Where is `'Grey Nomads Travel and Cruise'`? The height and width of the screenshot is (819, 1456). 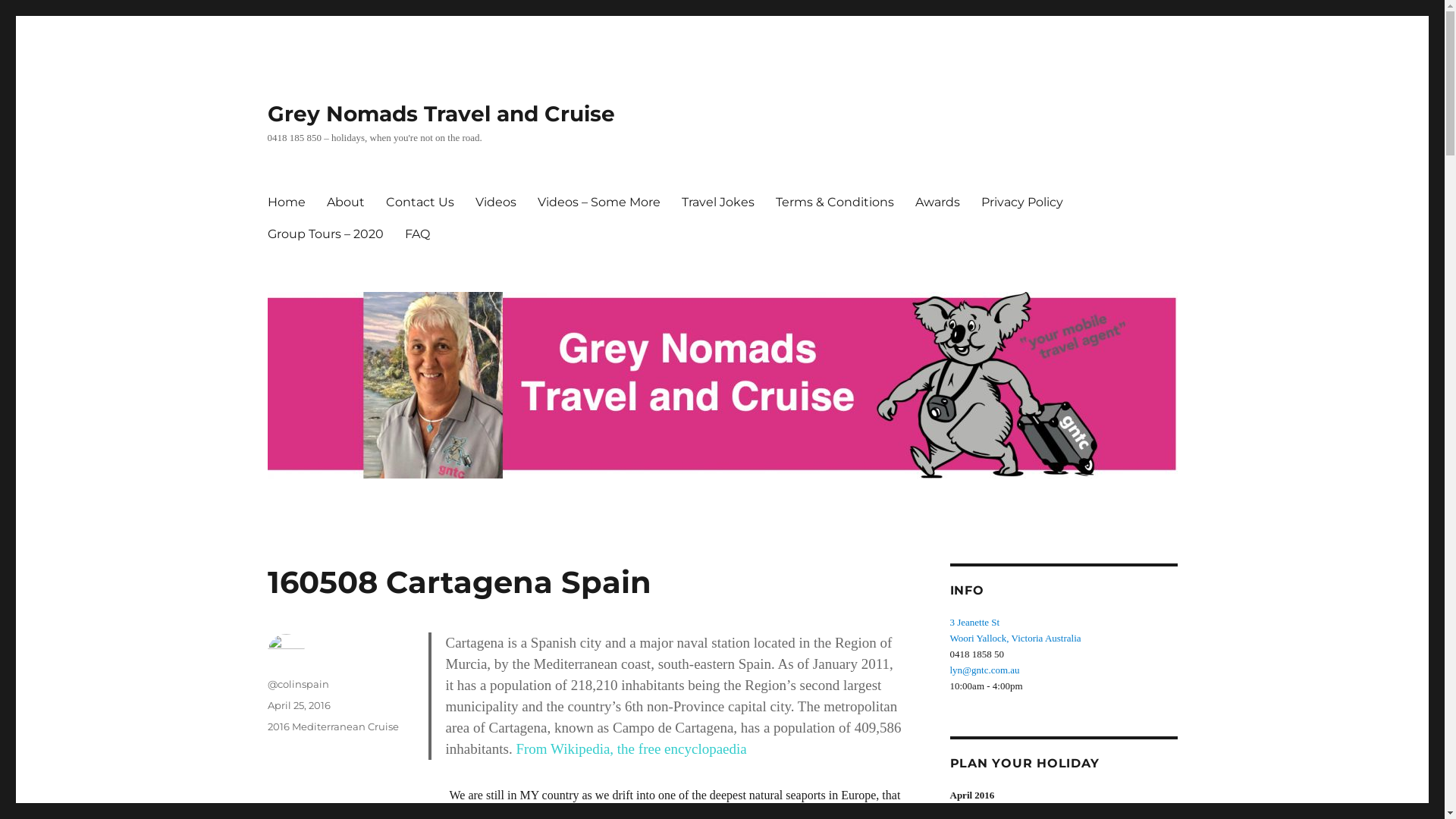
'Grey Nomads Travel and Cruise' is located at coordinates (439, 113).